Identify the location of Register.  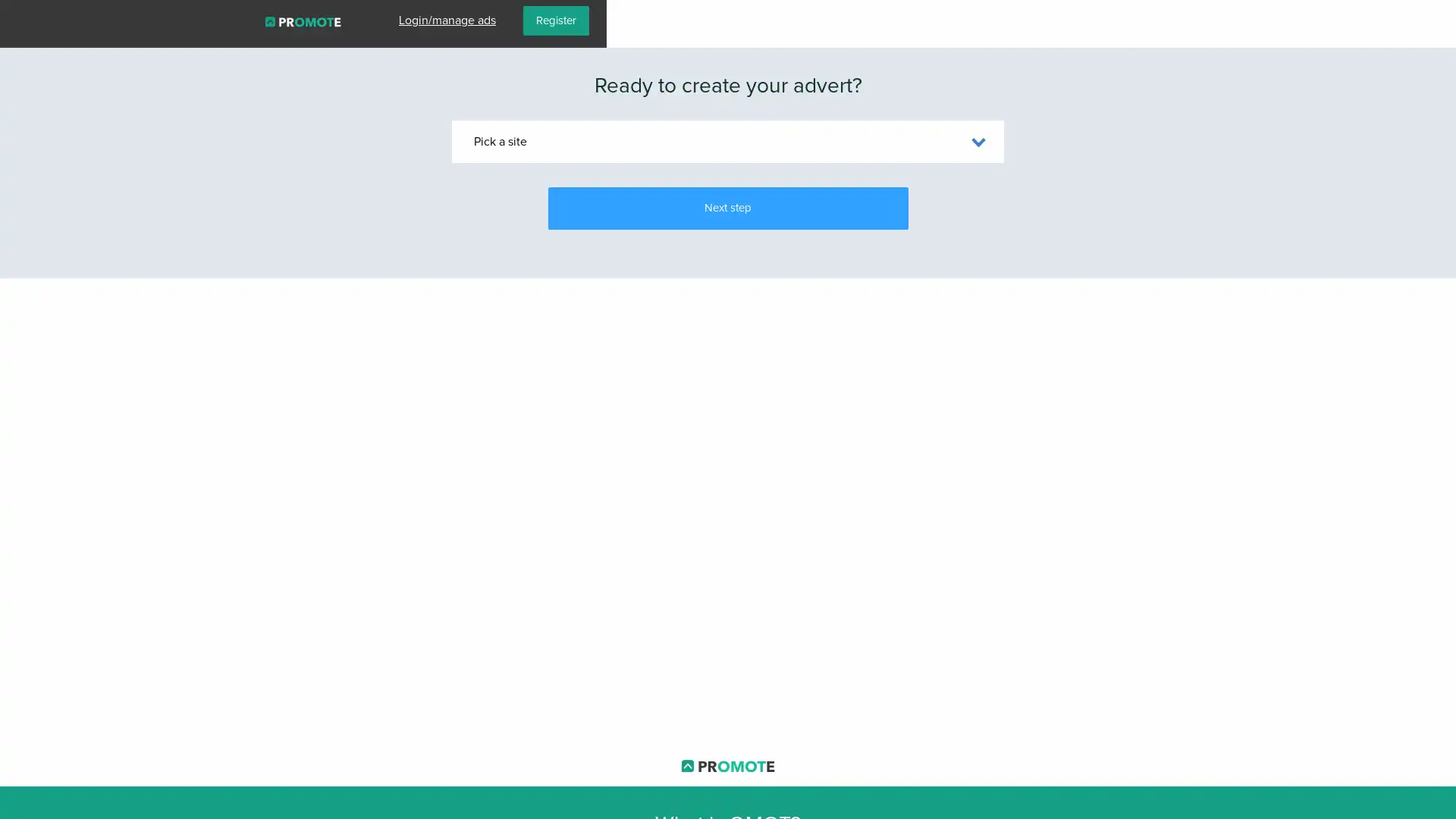
(1404, 20).